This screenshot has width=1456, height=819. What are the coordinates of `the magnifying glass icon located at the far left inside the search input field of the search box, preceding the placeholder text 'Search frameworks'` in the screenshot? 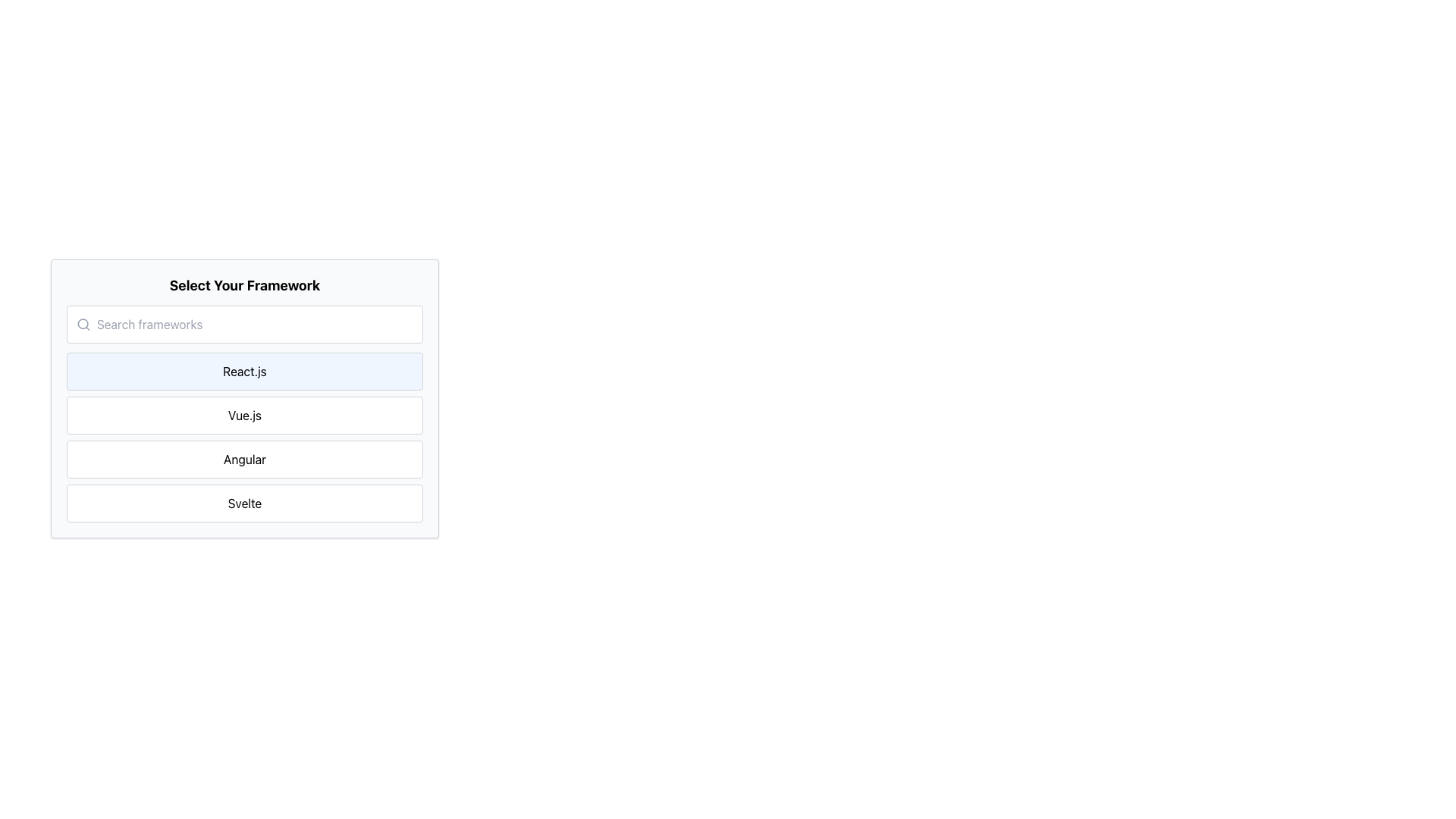 It's located at (83, 324).